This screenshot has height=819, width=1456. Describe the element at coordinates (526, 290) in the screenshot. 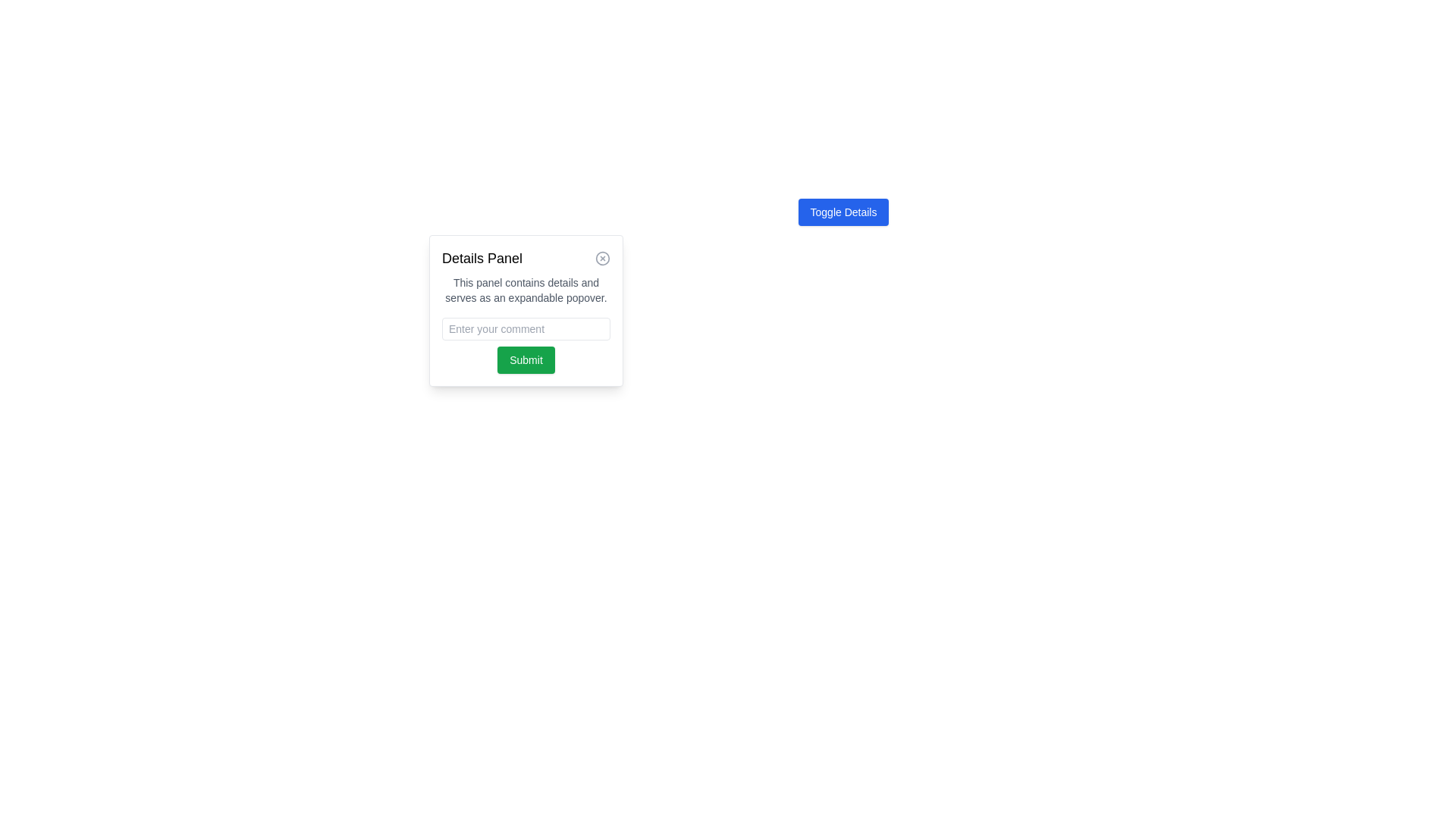

I see `the text label displaying 'This panel contains details and serves as an expandable popover.' located in the middle section of the white modal dialog, below the title 'Details Panel.'` at that location.